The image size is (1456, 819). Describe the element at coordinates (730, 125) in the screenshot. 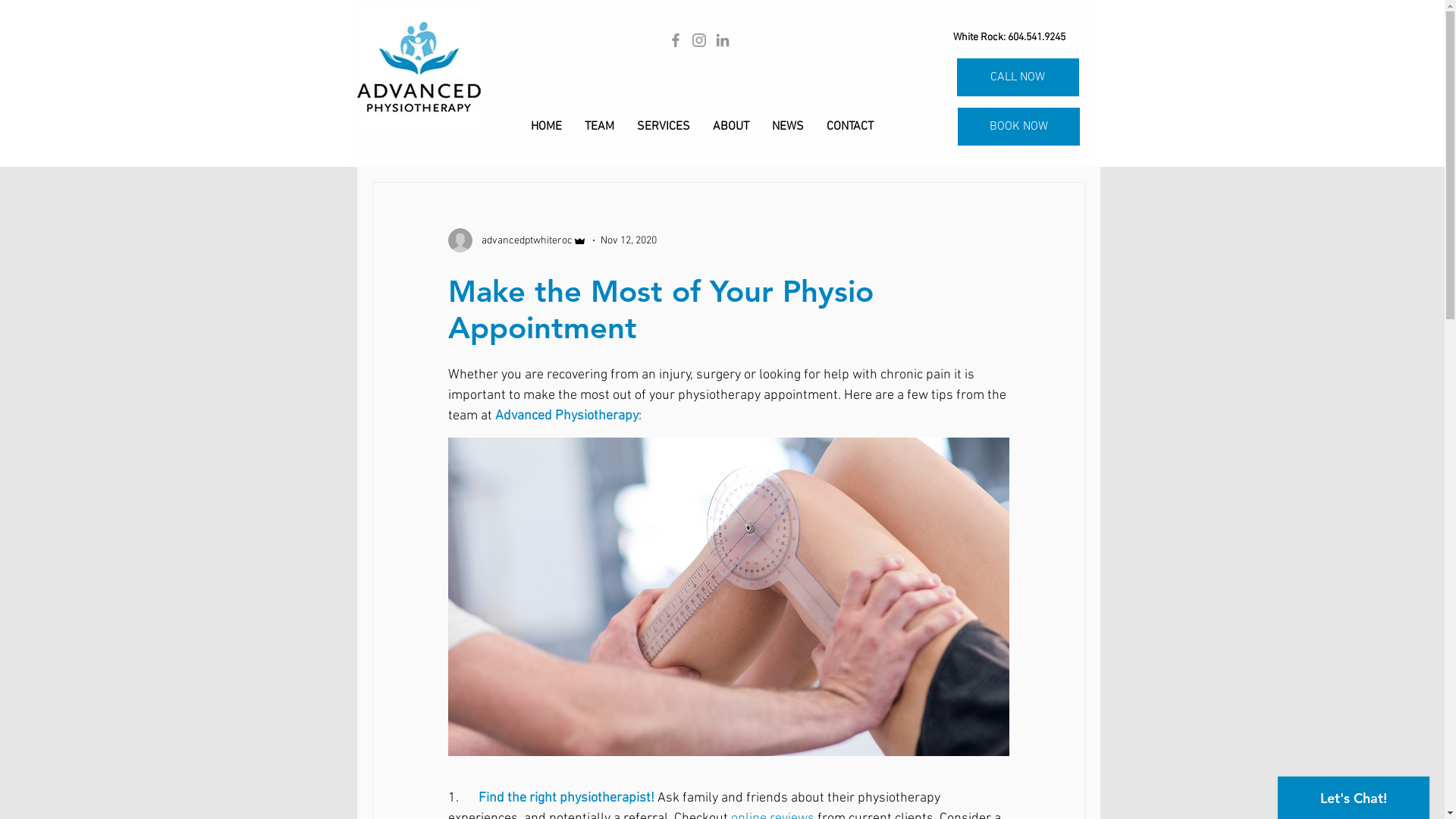

I see `'ABOUT'` at that location.